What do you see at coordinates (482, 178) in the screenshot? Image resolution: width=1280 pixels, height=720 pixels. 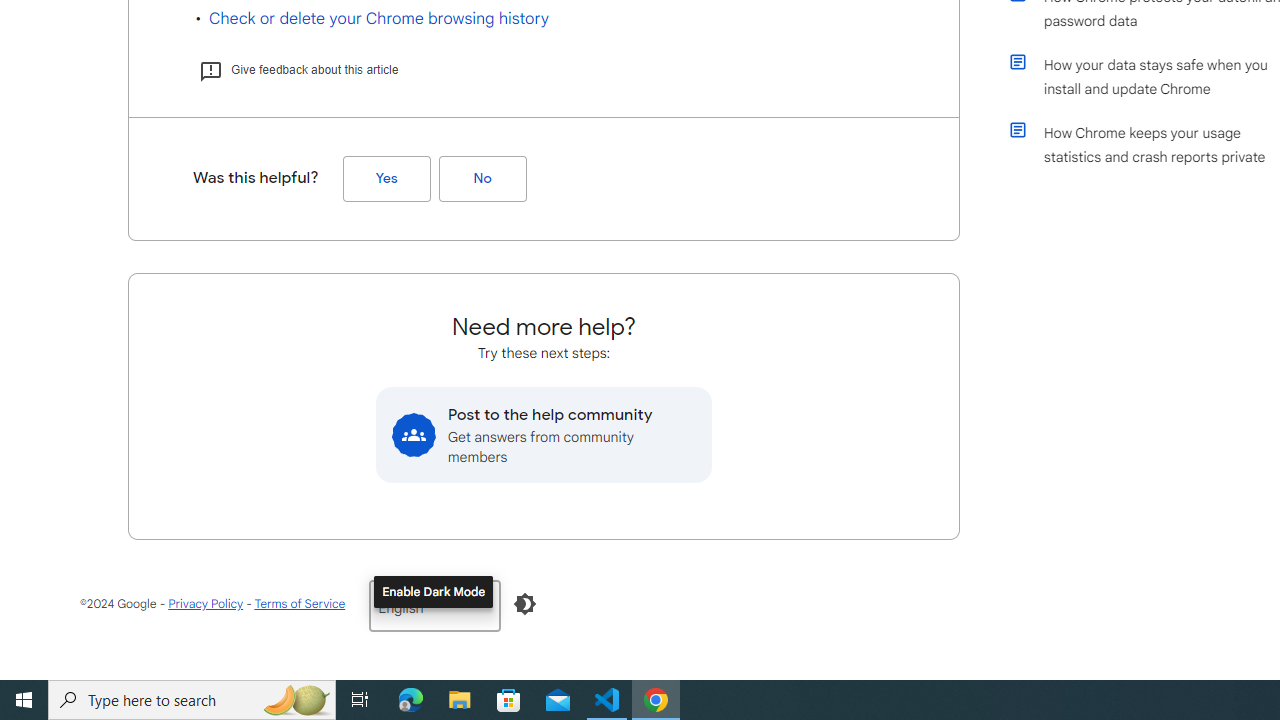 I see `'No (Was this helpful?)'` at bounding box center [482, 178].